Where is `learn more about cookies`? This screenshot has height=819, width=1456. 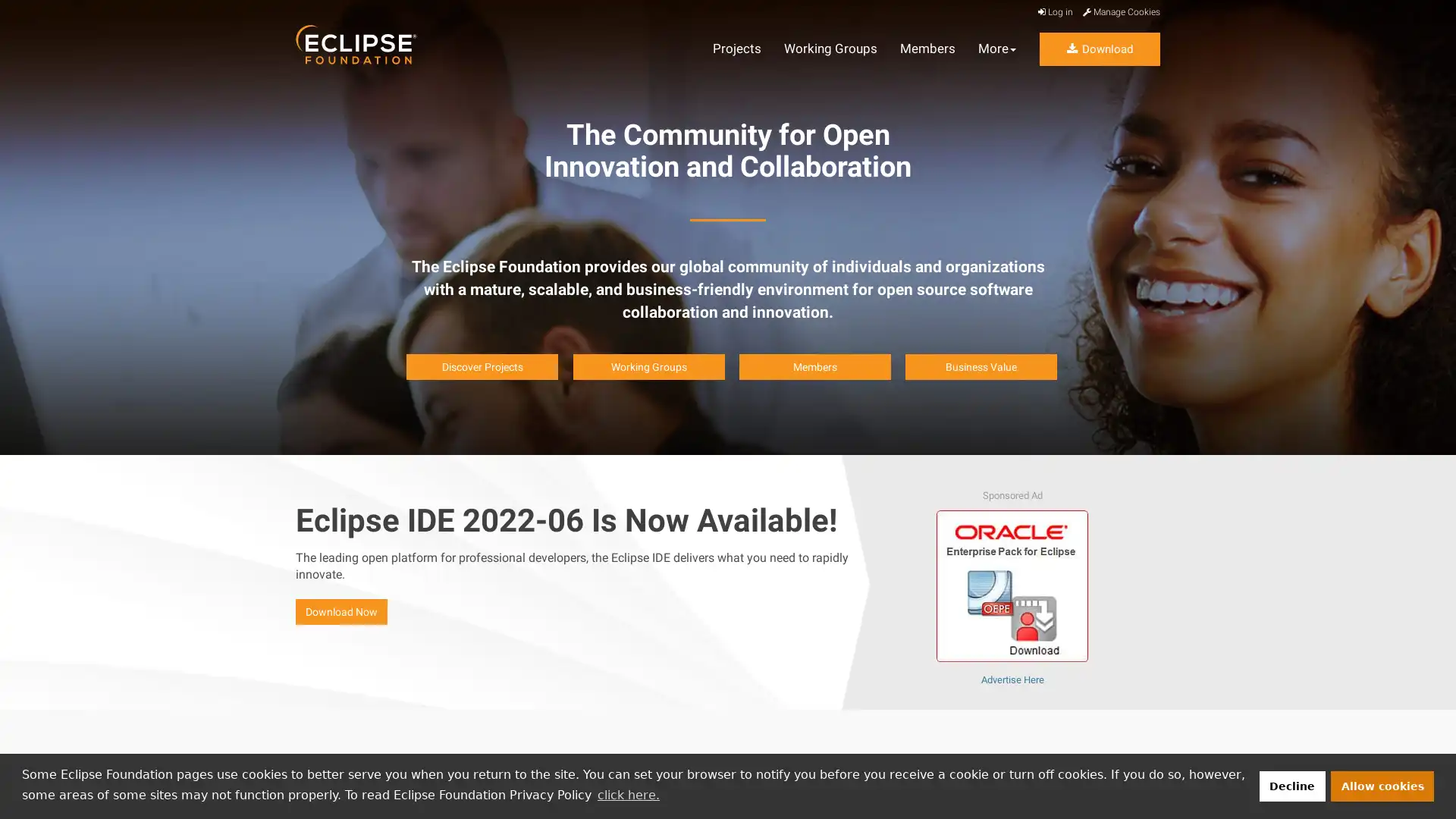
learn more about cookies is located at coordinates (628, 794).